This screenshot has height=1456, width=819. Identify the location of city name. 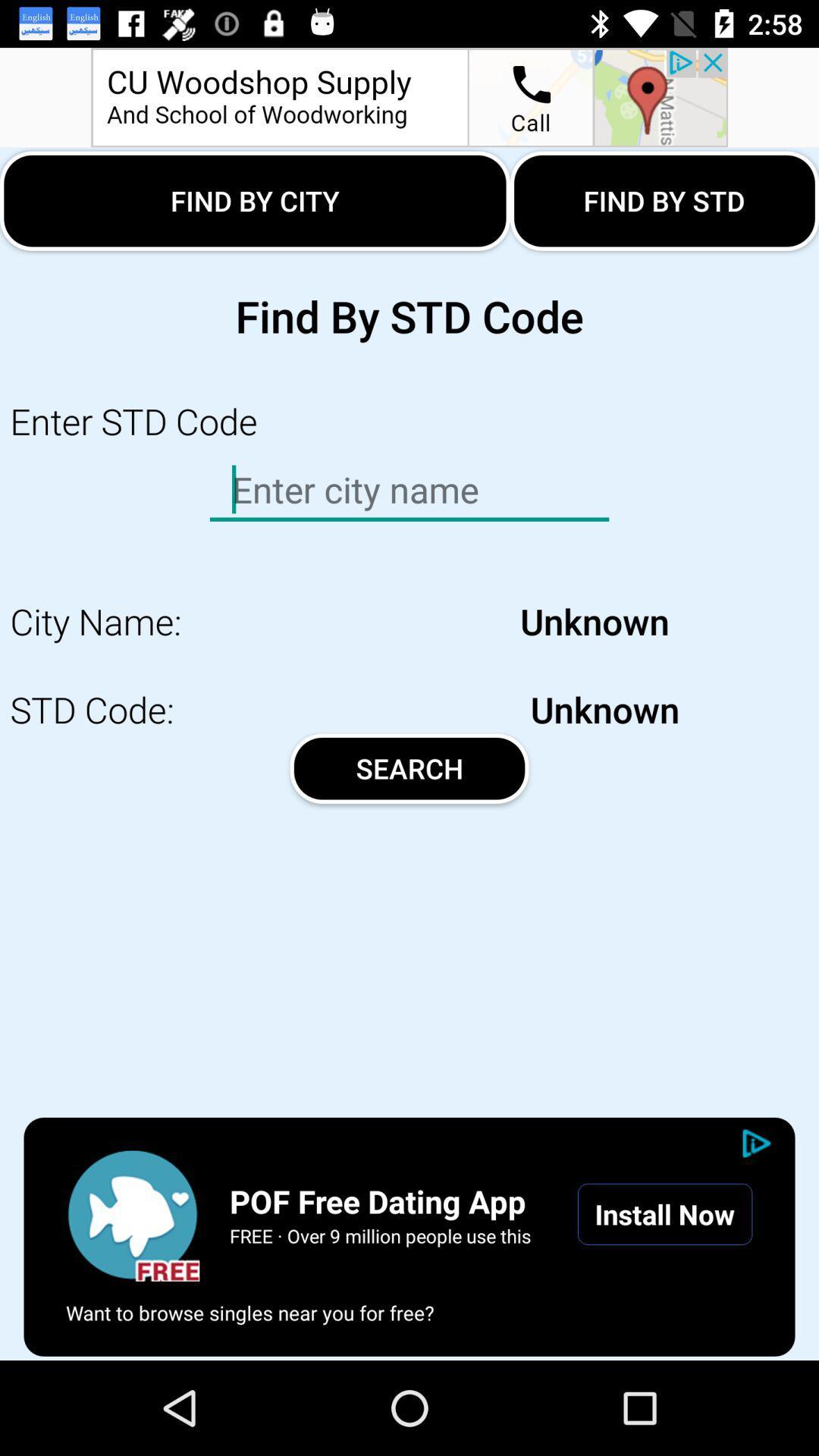
(132, 1214).